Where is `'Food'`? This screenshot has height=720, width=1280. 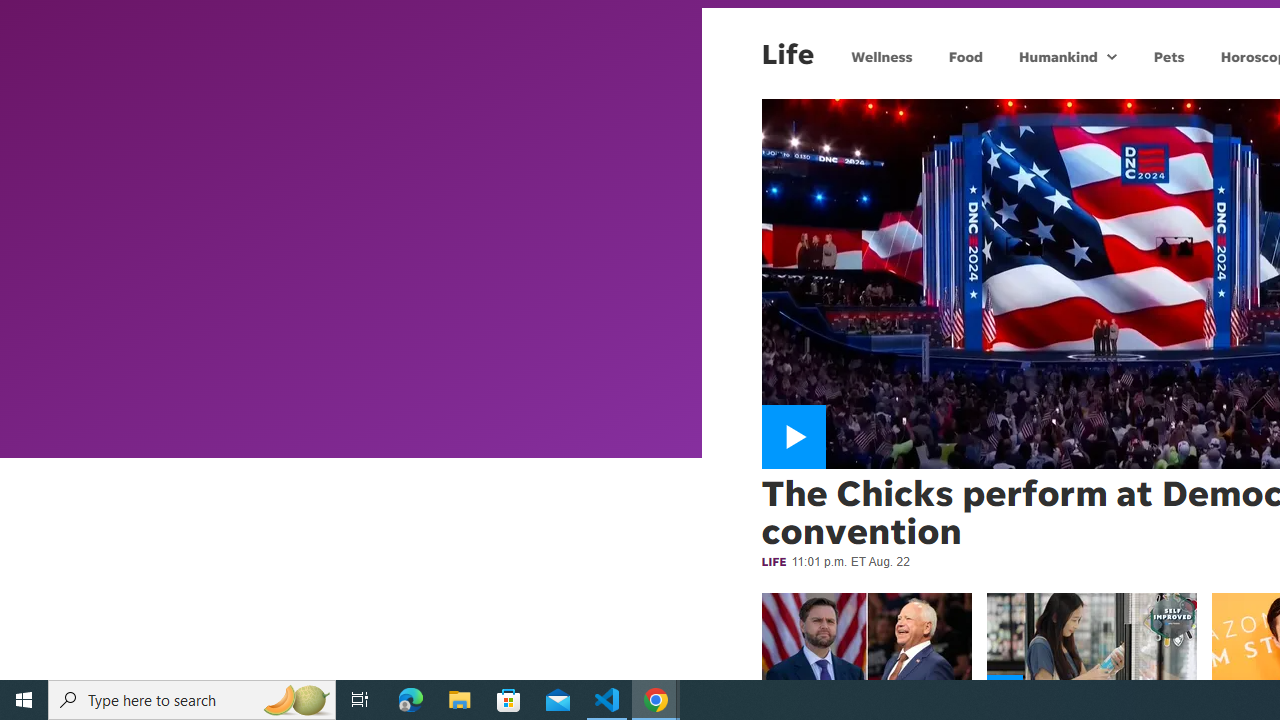
'Food' is located at coordinates (965, 55).